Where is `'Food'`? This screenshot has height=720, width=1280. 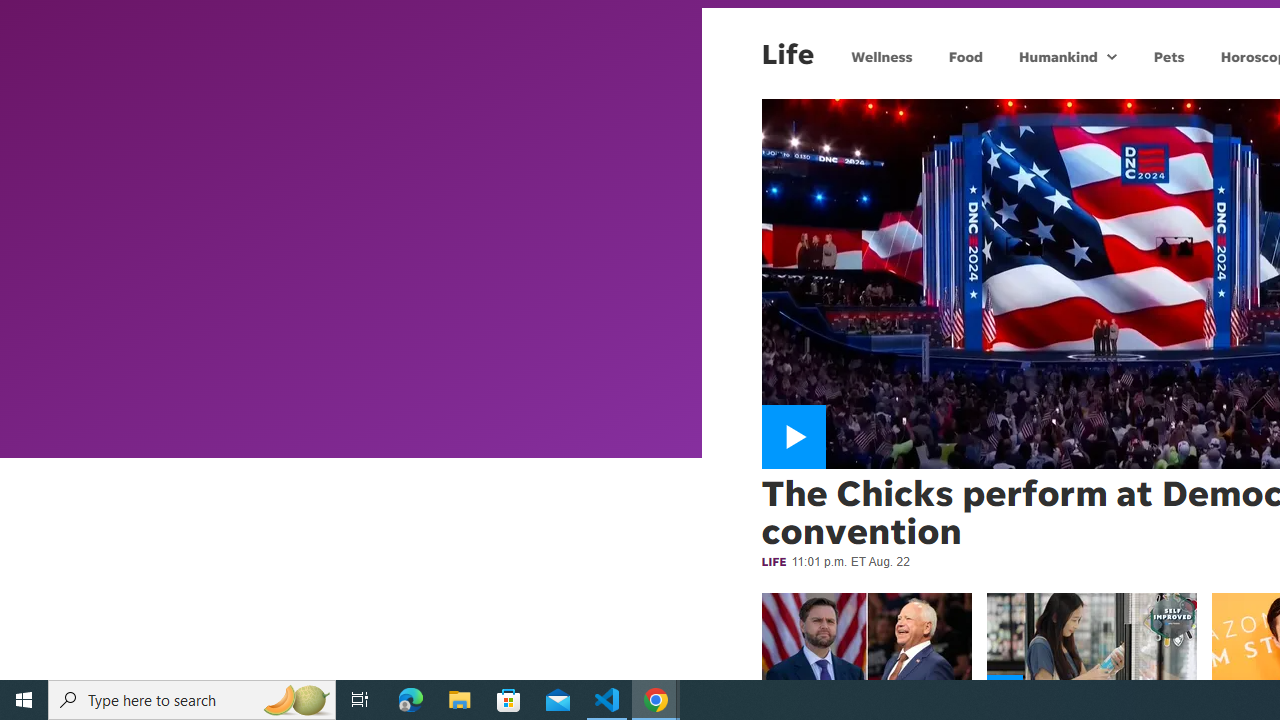
'Food' is located at coordinates (965, 55).